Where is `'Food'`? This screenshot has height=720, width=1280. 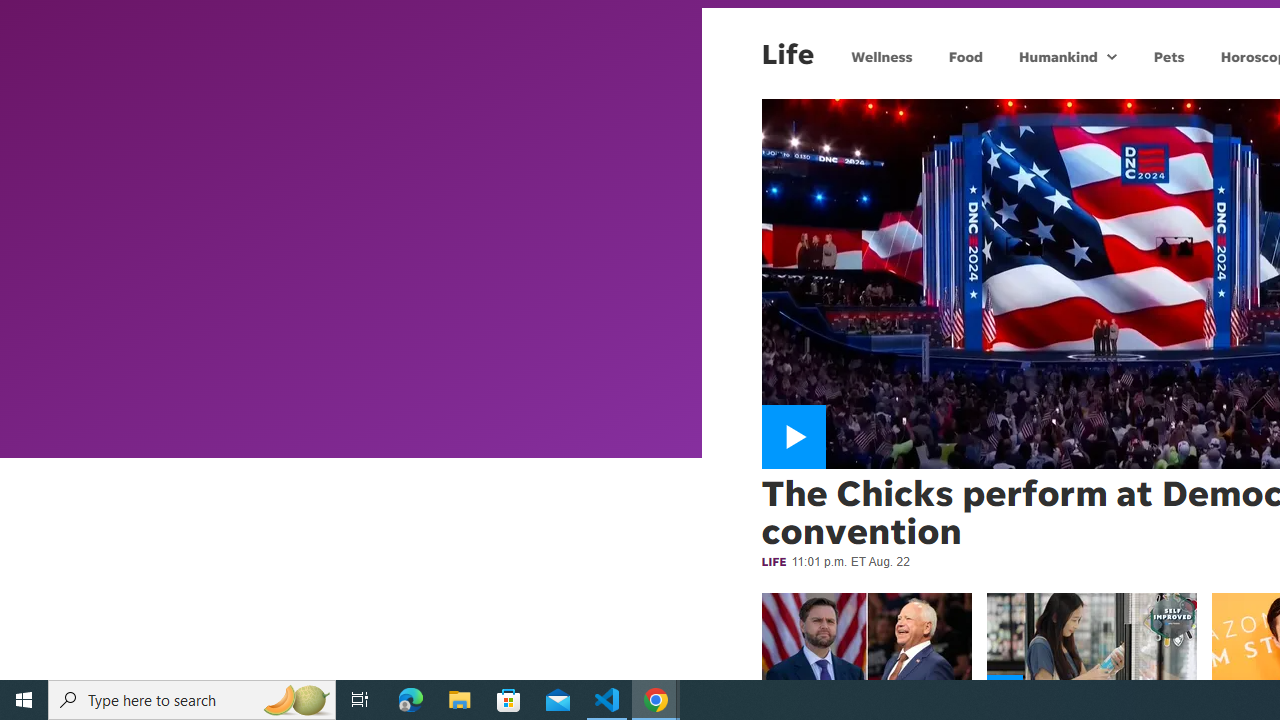
'Food' is located at coordinates (965, 55).